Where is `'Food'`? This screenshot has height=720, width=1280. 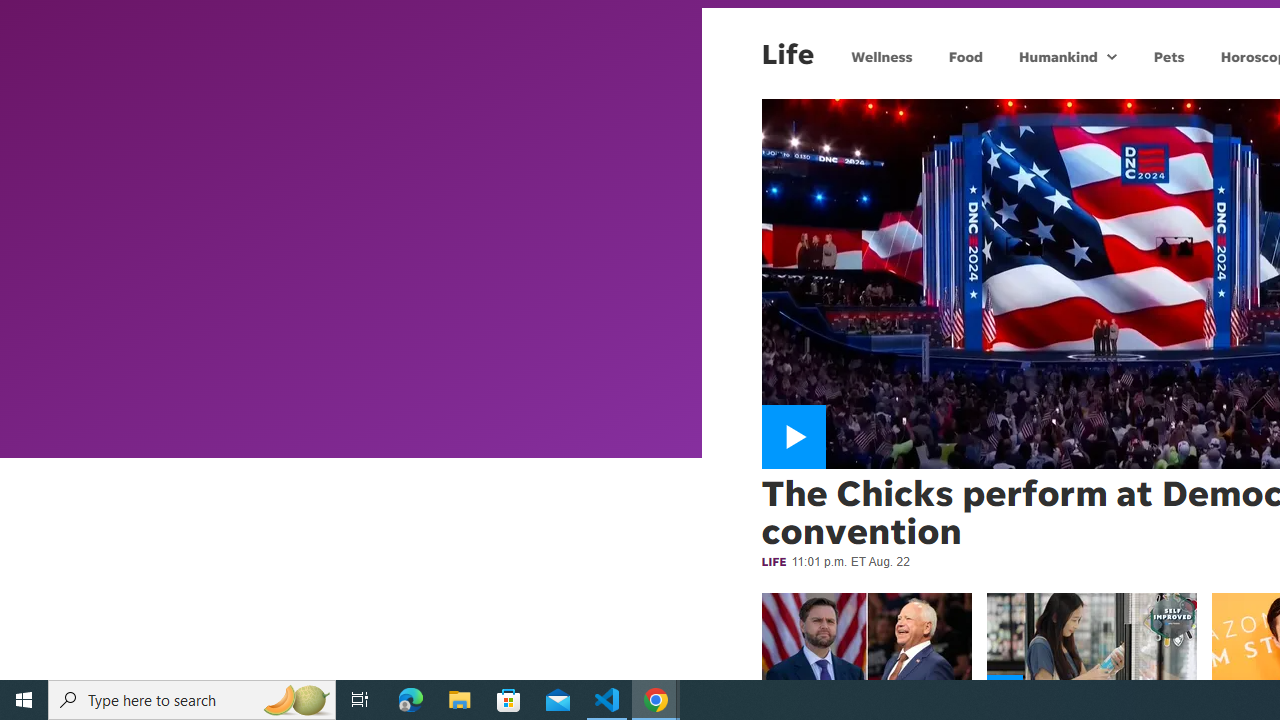
'Food' is located at coordinates (965, 55).